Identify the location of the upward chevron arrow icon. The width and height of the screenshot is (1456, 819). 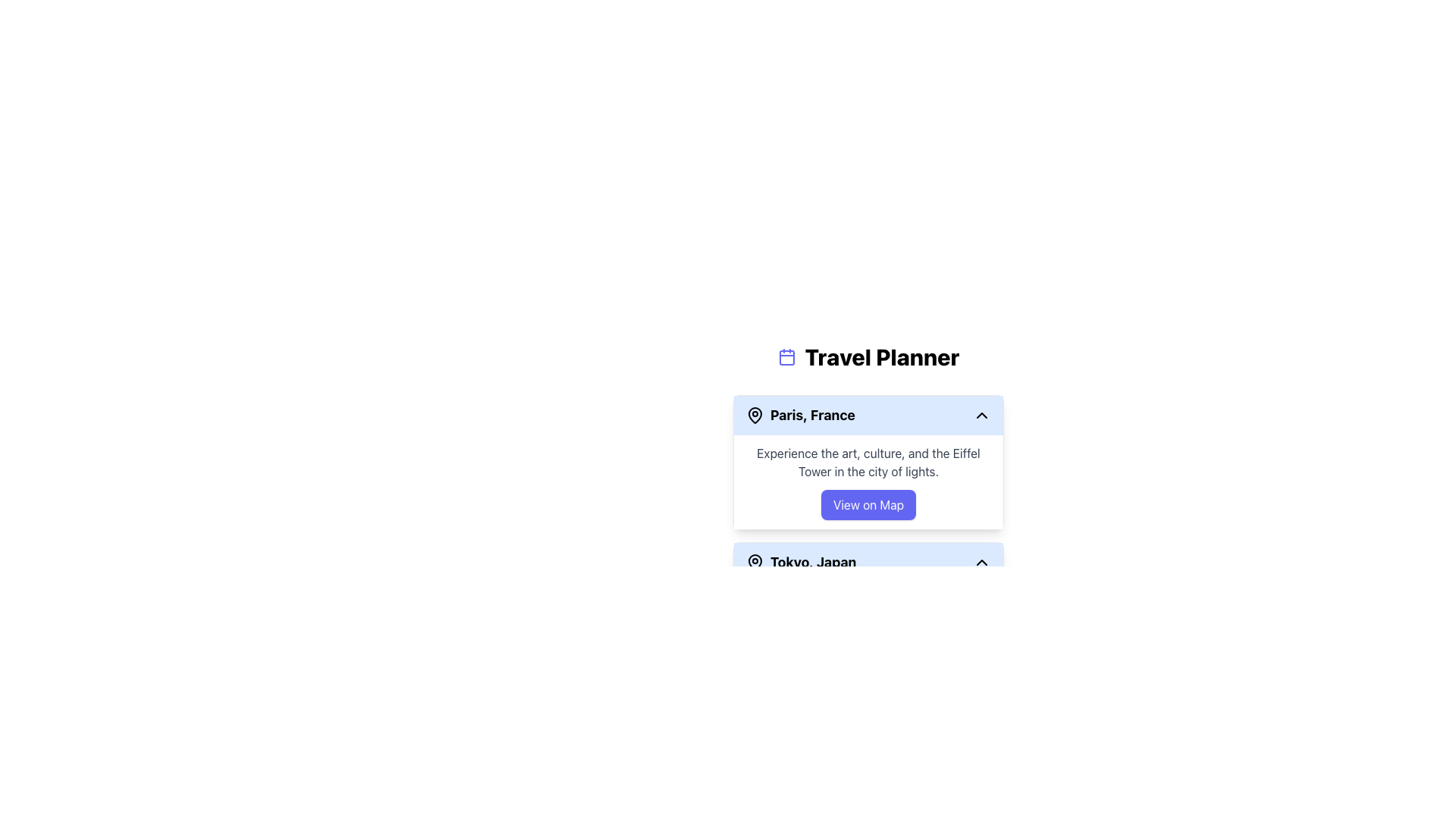
(982, 562).